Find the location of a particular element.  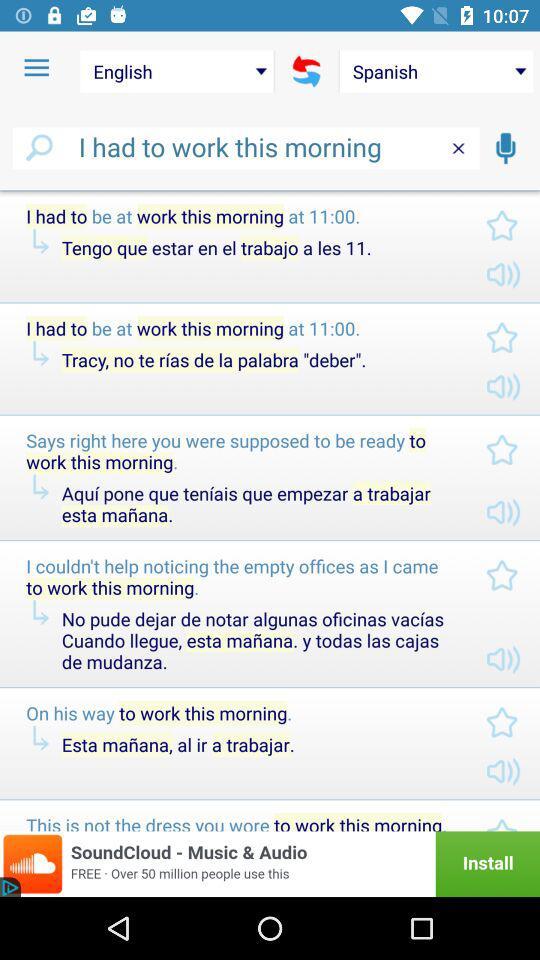

install soundcloud is located at coordinates (270, 863).